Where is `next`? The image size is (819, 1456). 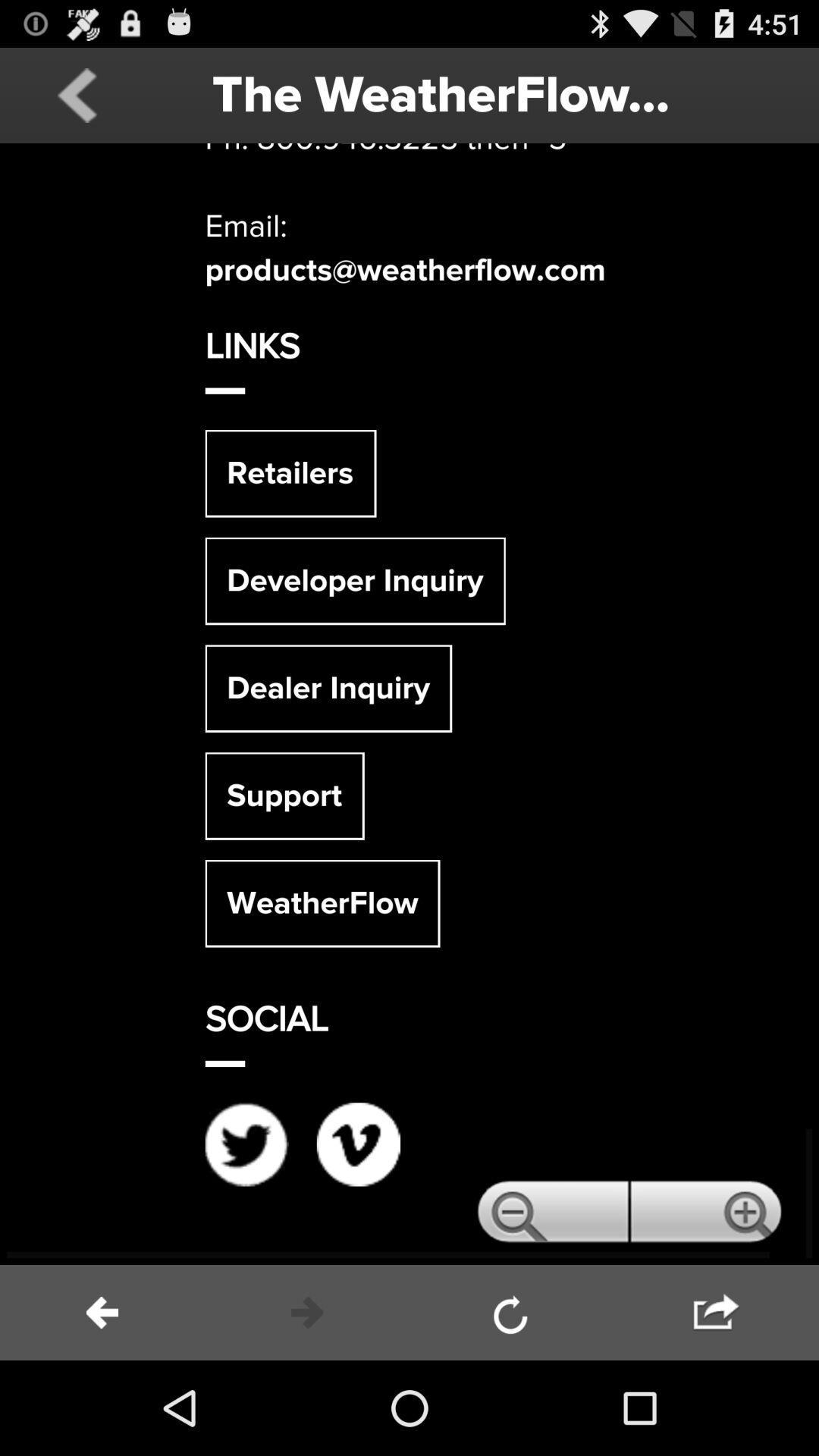 next is located at coordinates (307, 1312).